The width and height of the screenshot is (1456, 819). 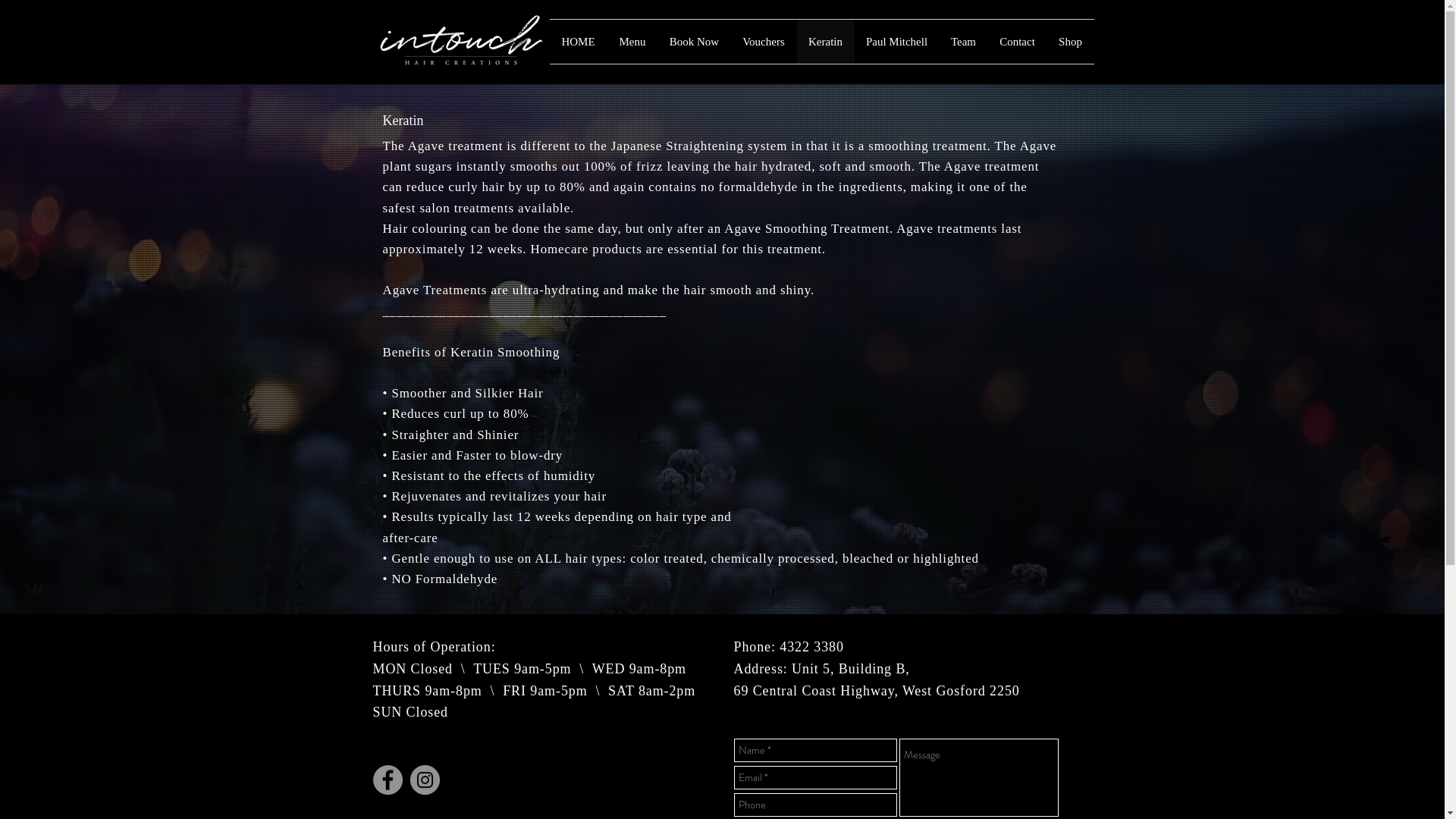 What do you see at coordinates (987, 40) in the screenshot?
I see `'Contact'` at bounding box center [987, 40].